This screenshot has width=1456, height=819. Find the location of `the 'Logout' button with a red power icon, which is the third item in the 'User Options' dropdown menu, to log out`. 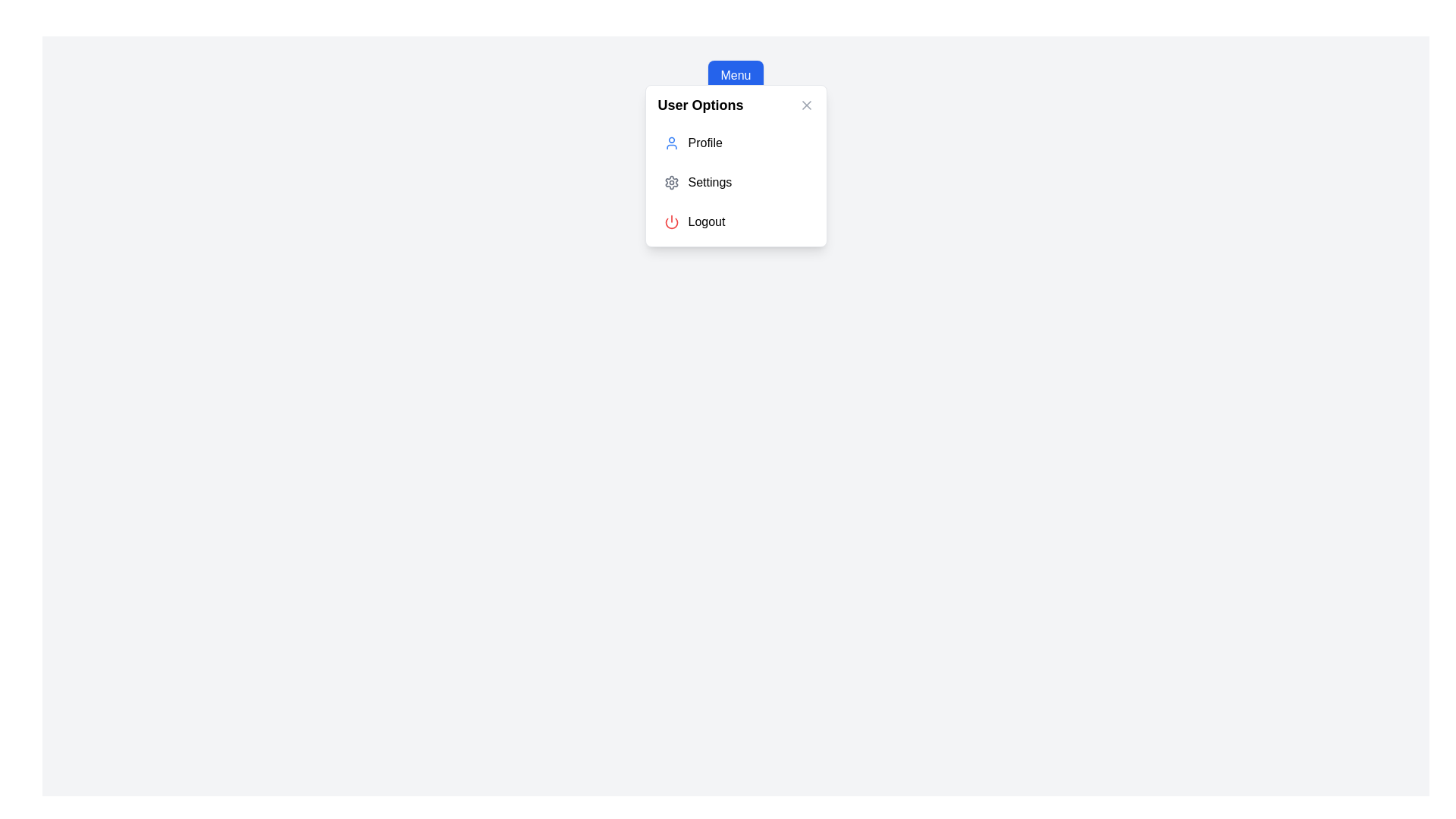

the 'Logout' button with a red power icon, which is the third item in the 'User Options' dropdown menu, to log out is located at coordinates (736, 222).